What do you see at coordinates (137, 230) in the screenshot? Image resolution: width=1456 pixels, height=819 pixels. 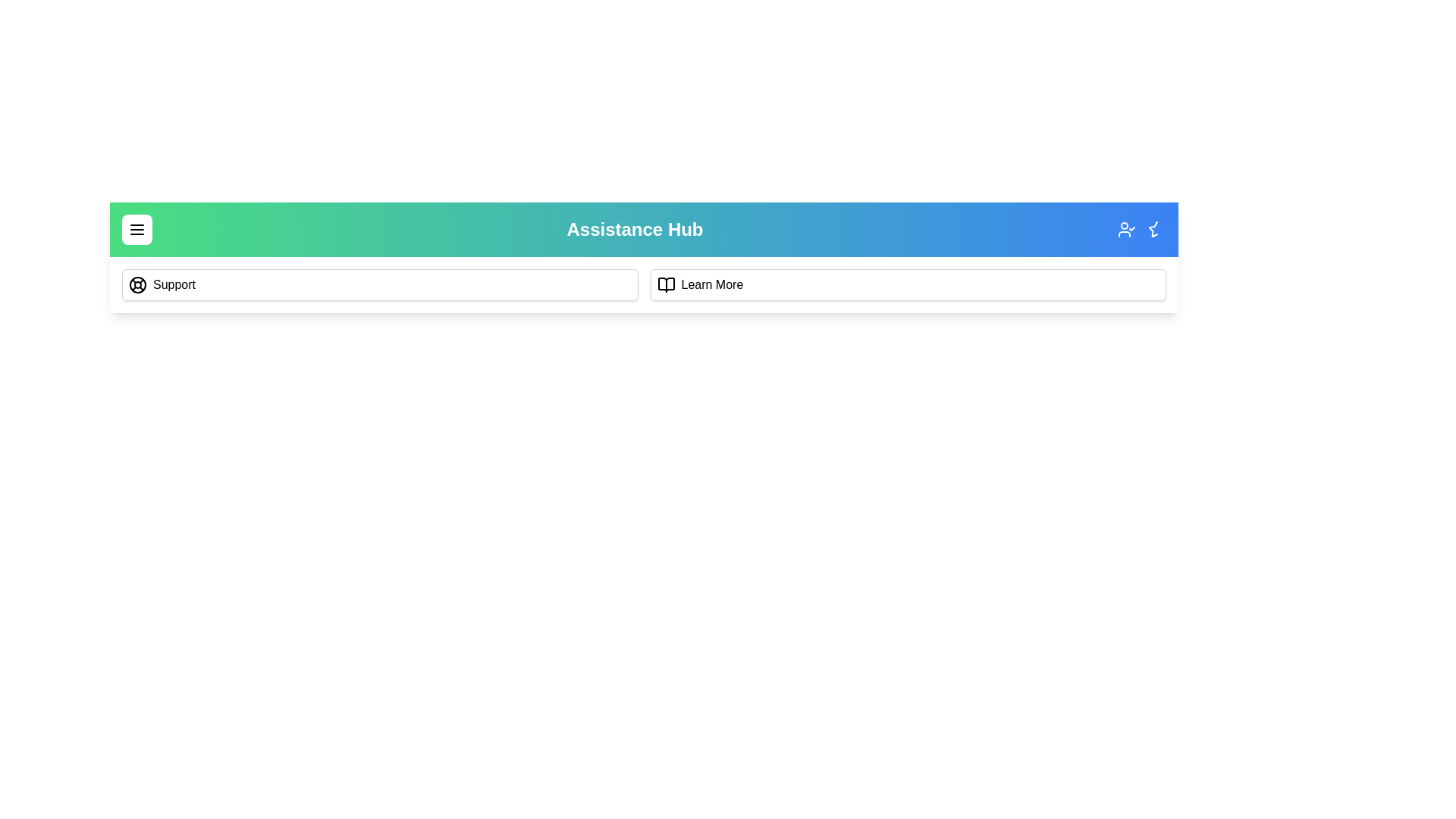 I see `the menu button to toggle the menu` at bounding box center [137, 230].